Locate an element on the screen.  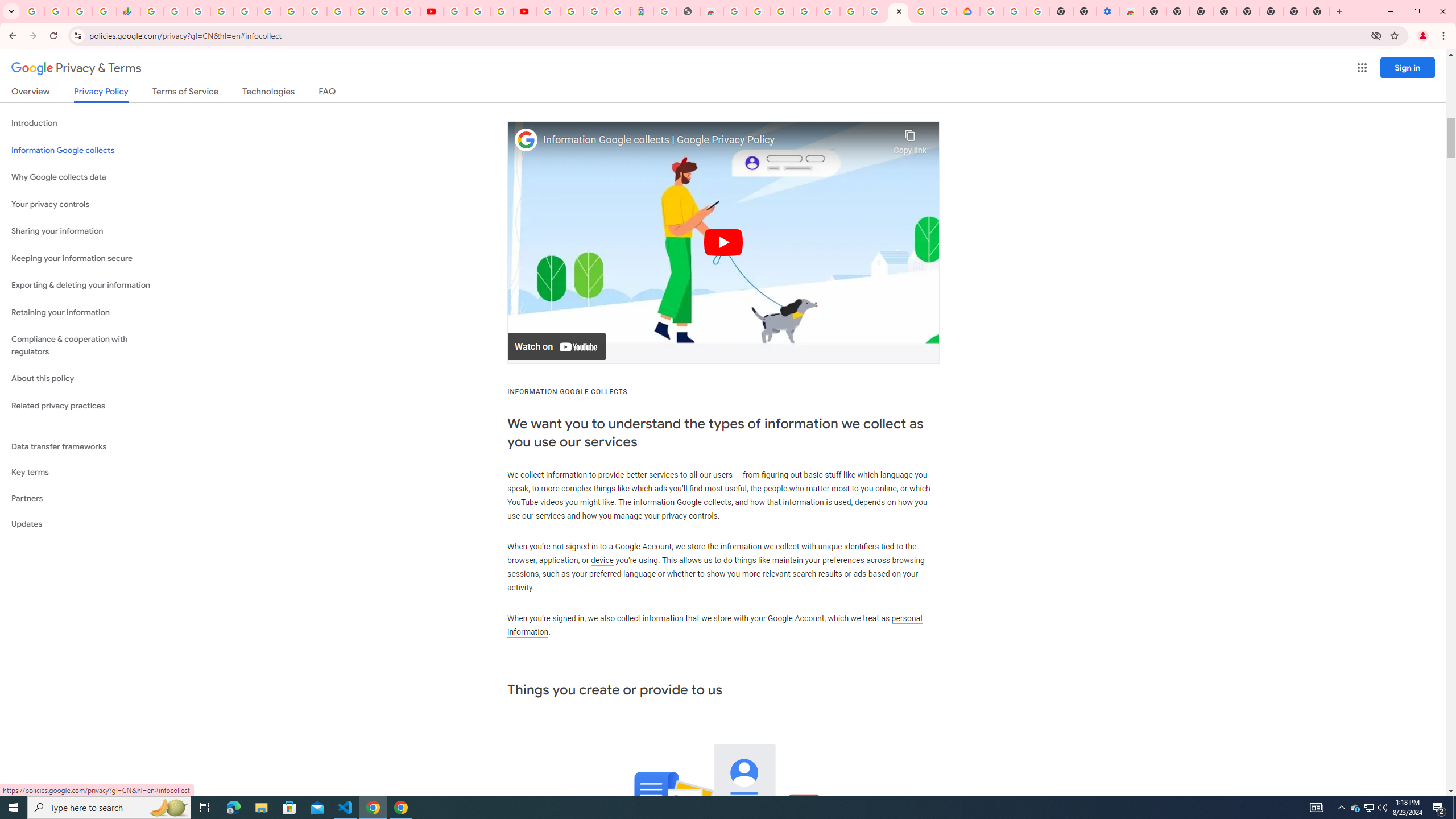
'Compliance & cooperation with regulators' is located at coordinates (86, 346).